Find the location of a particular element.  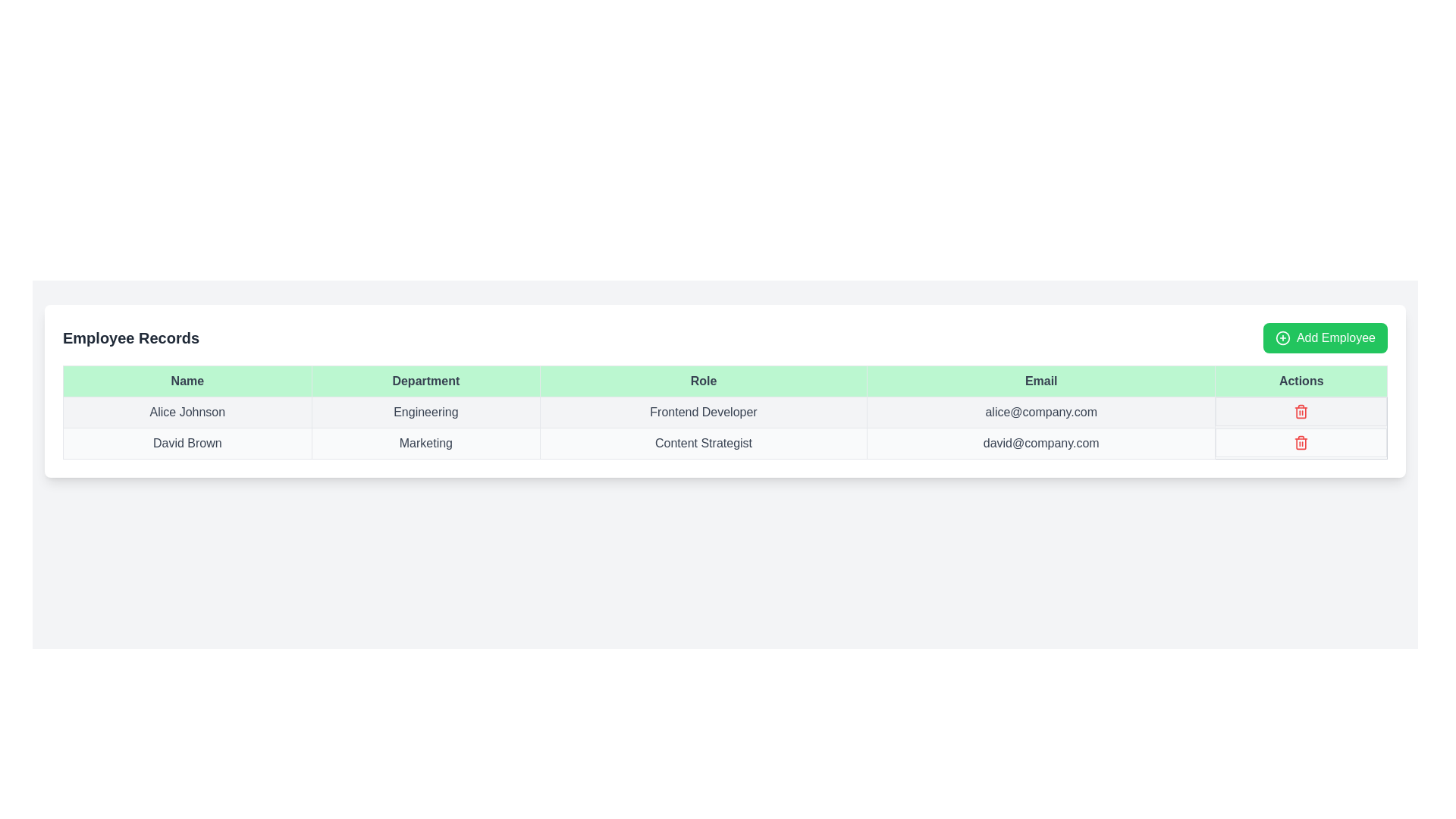

the text label displaying the word 'Engineering', which is styled with padding and a bordered design, located in the 'Department' column under the row associated with 'Alice Johnson' is located at coordinates (425, 412).